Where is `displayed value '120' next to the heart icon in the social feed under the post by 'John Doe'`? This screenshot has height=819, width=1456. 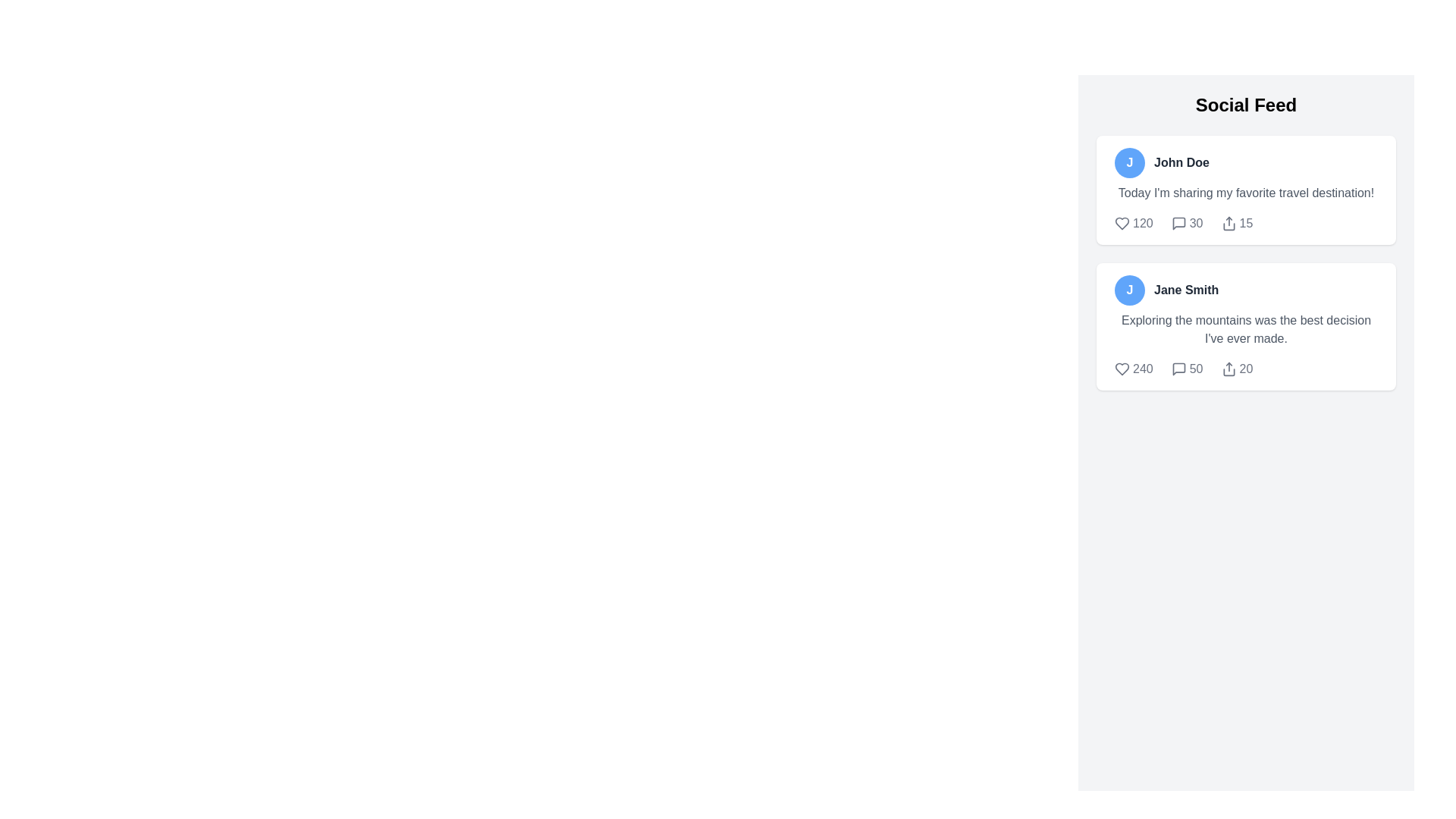
displayed value '120' next to the heart icon in the social feed under the post by 'John Doe' is located at coordinates (1143, 223).